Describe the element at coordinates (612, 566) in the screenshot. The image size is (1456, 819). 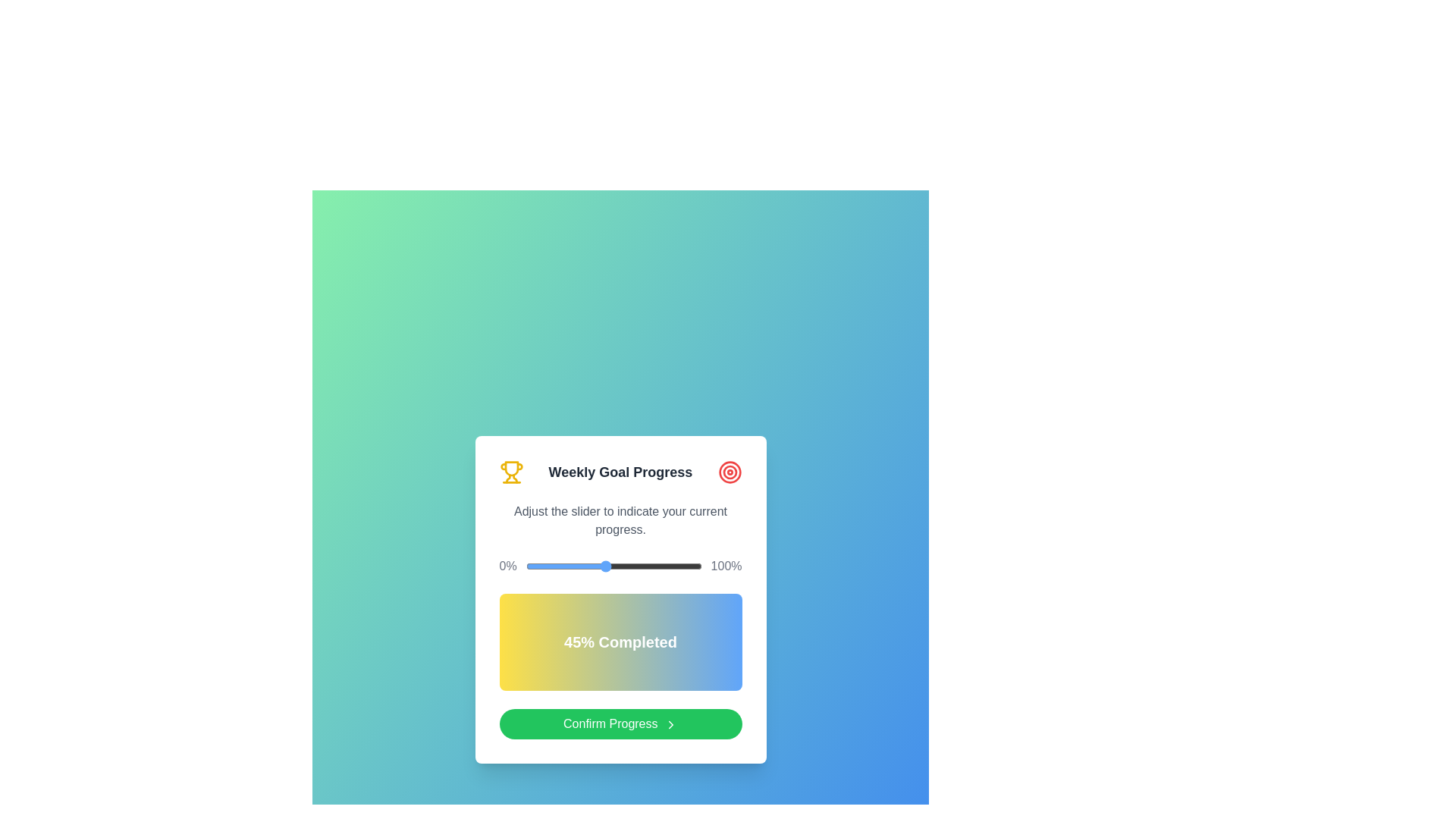
I see `the slider to set the progress percentage to 49` at that location.